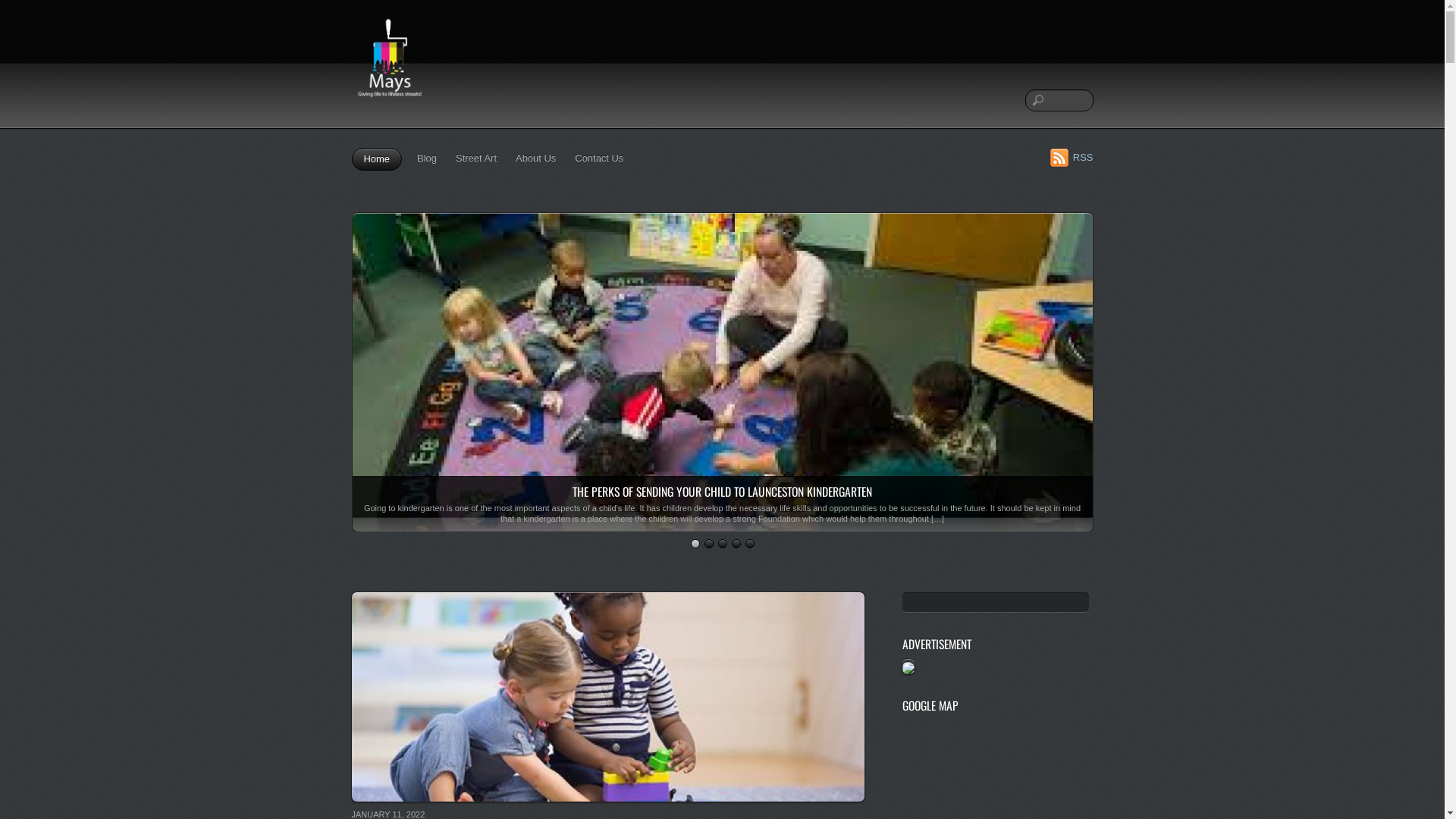 This screenshot has height=819, width=1456. Describe the element at coordinates (389, 103) in the screenshot. I see `'Mays'` at that location.